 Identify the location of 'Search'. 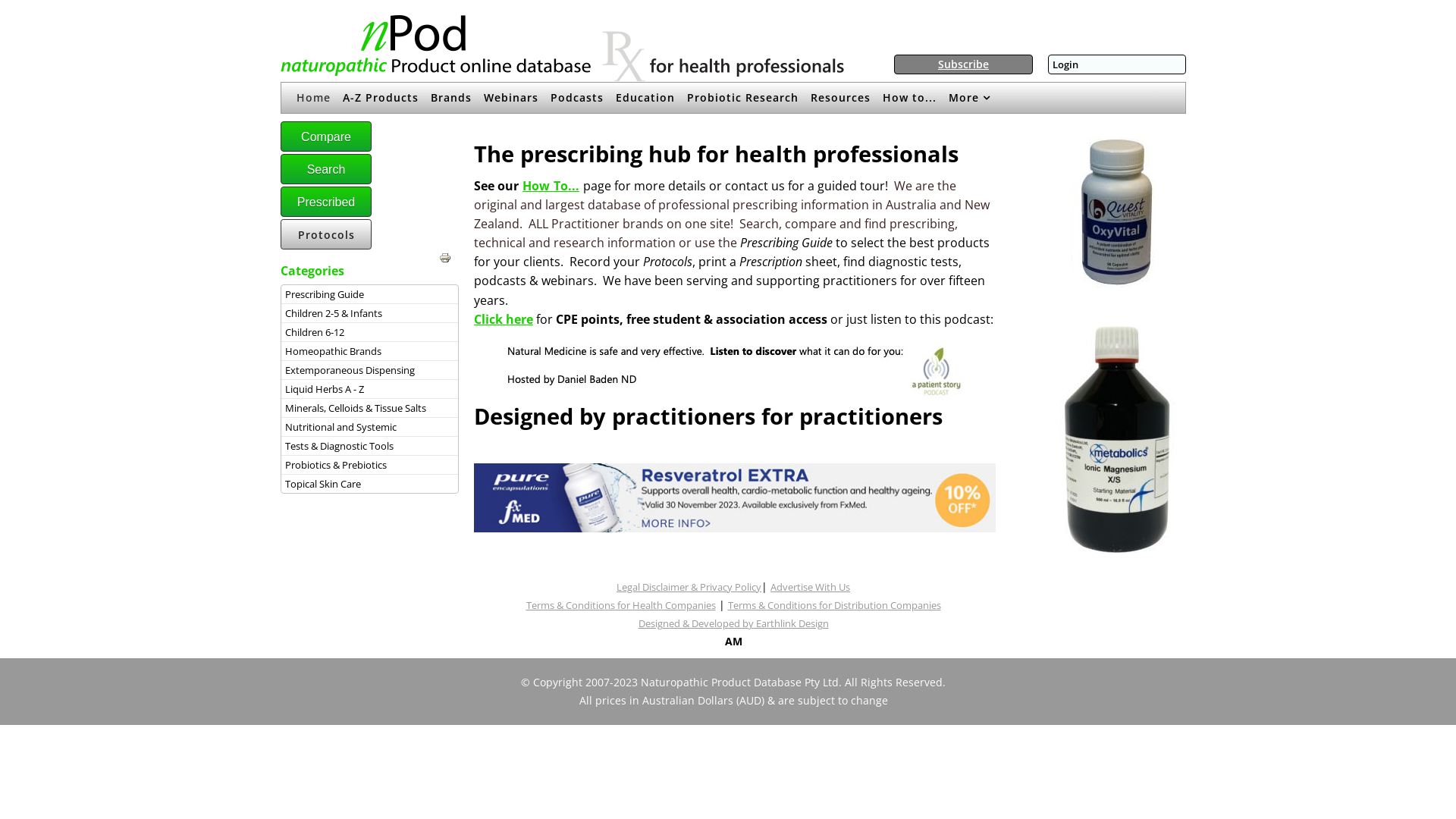
(325, 169).